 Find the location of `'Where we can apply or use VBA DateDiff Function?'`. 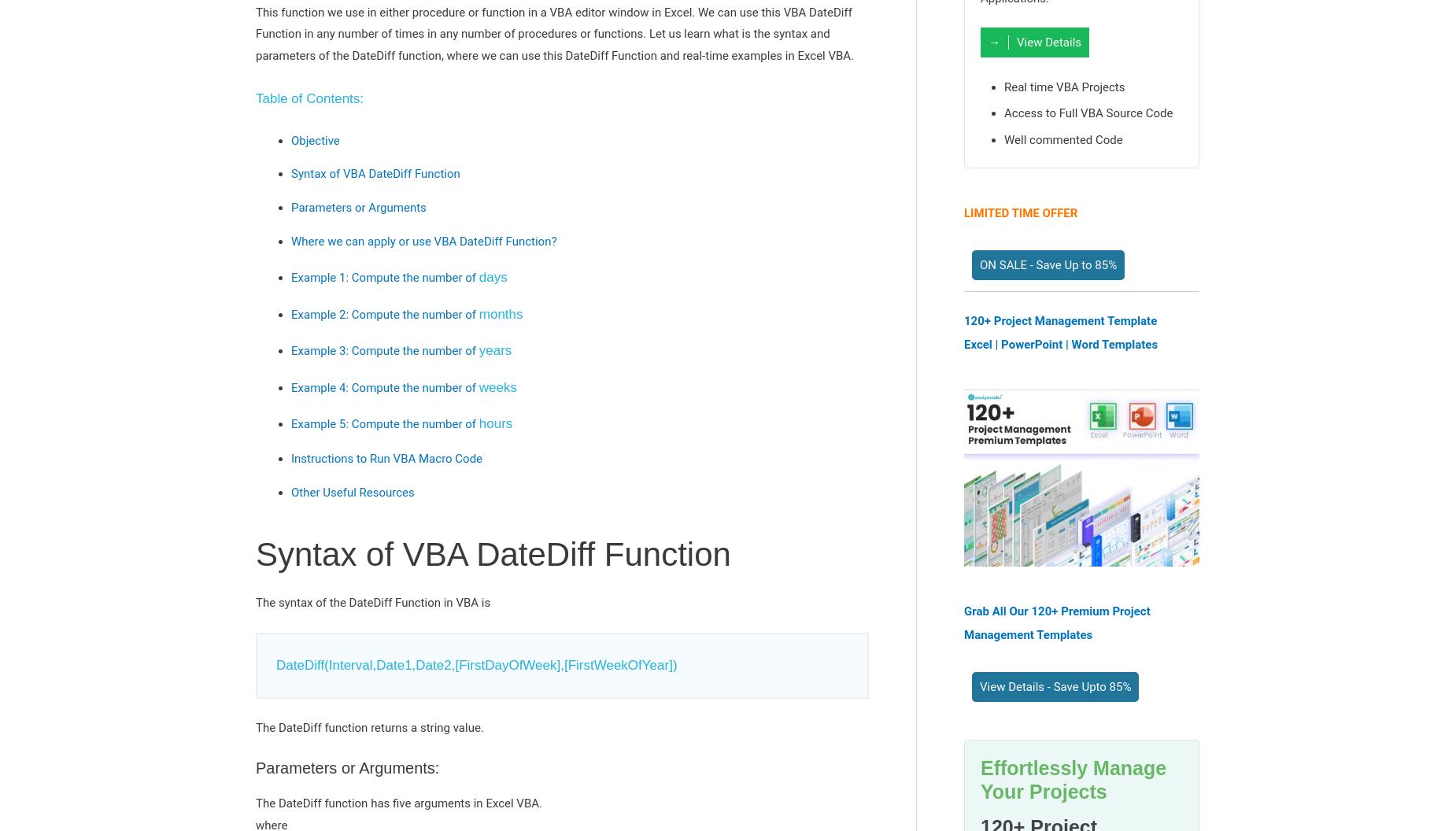

'Where we can apply or use VBA DateDiff Function?' is located at coordinates (423, 241).